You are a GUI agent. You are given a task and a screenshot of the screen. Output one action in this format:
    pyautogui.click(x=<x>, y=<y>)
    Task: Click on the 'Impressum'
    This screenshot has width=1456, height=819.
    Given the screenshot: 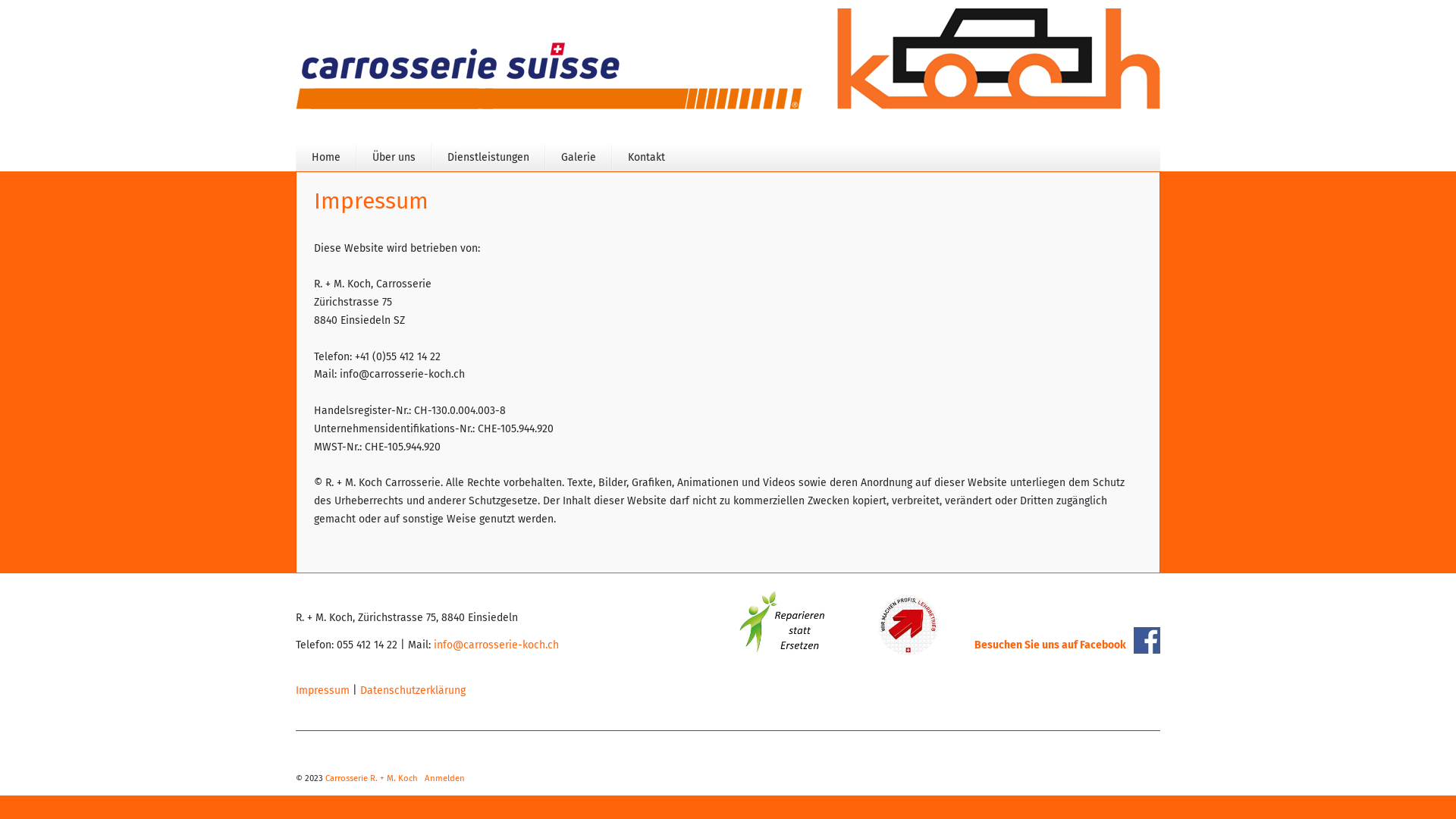 What is the action you would take?
    pyautogui.click(x=322, y=690)
    